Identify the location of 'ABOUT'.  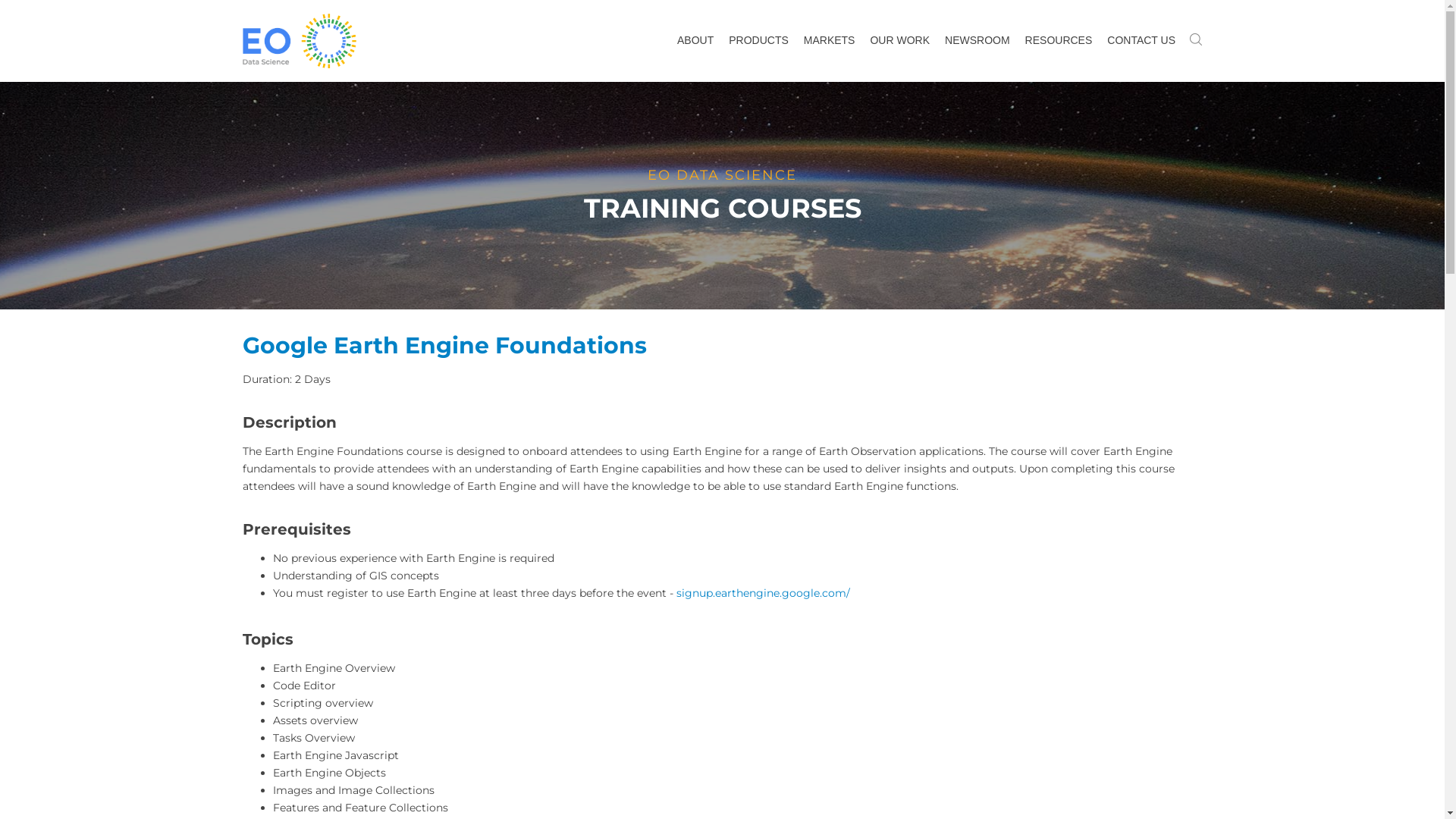
(694, 39).